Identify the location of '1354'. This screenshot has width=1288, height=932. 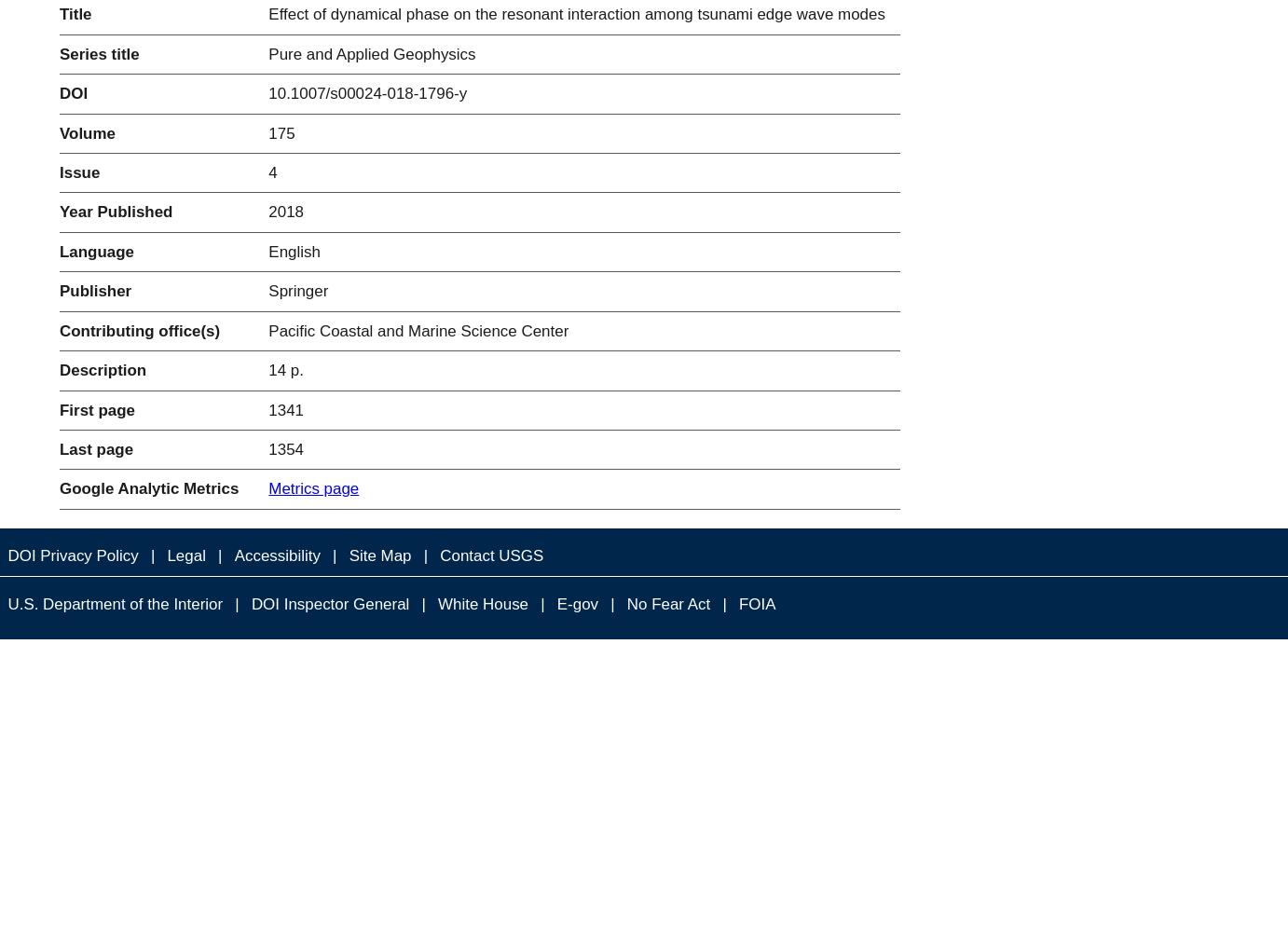
(284, 447).